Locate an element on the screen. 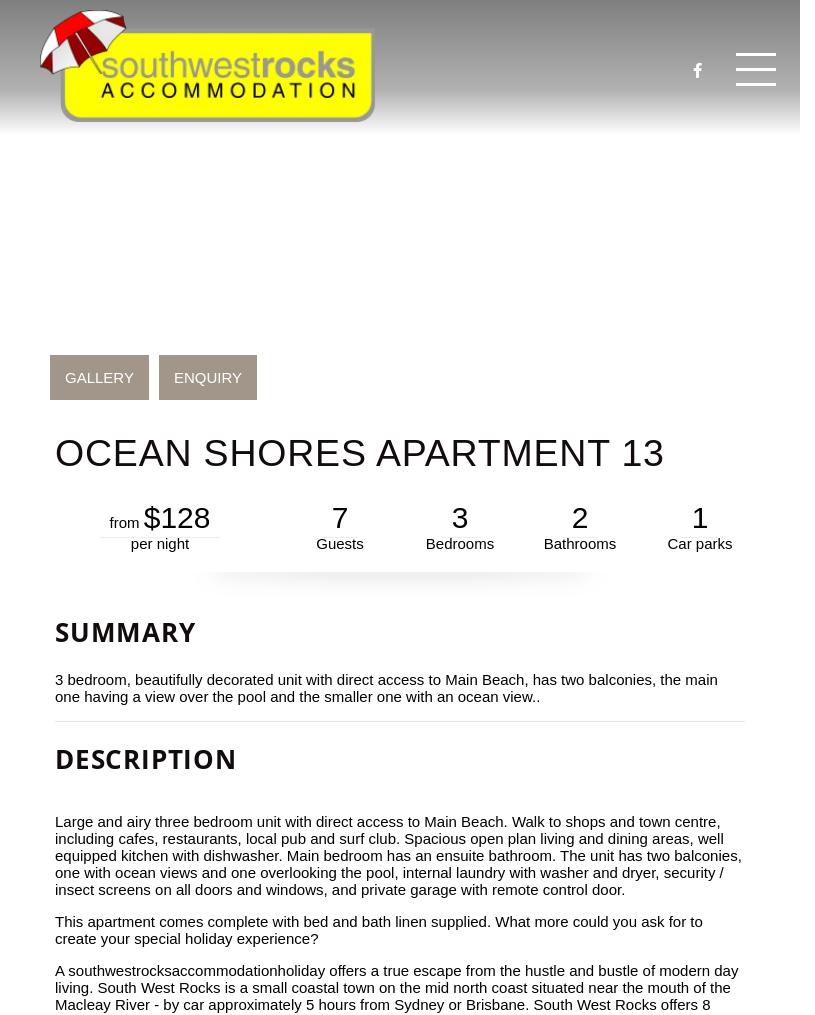 The width and height of the screenshot is (815, 1015). 'Guests' is located at coordinates (338, 543).